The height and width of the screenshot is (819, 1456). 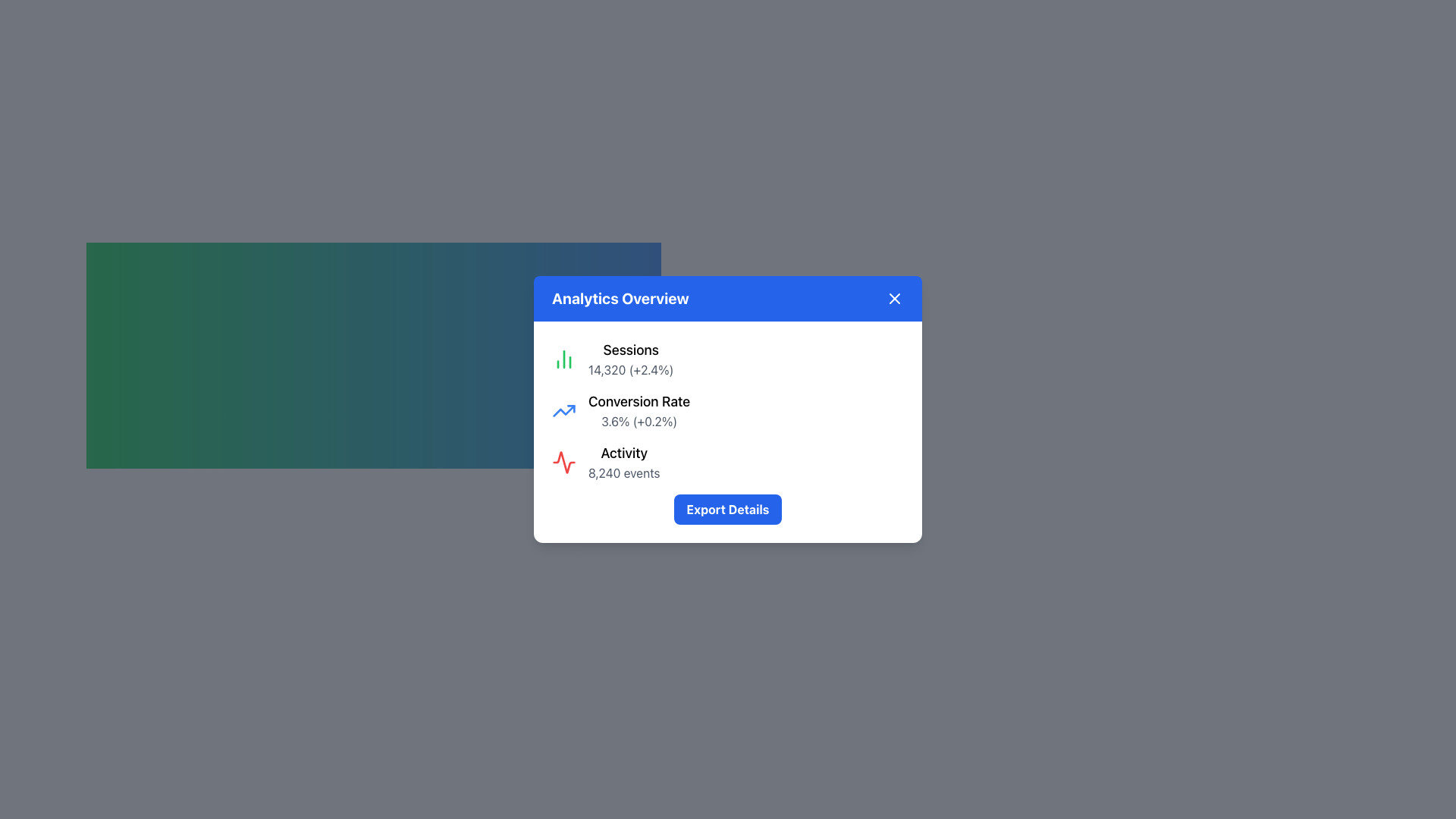 I want to click on the export button located at the bottom center of the white card beneath the analytics sections, so click(x=728, y=509).